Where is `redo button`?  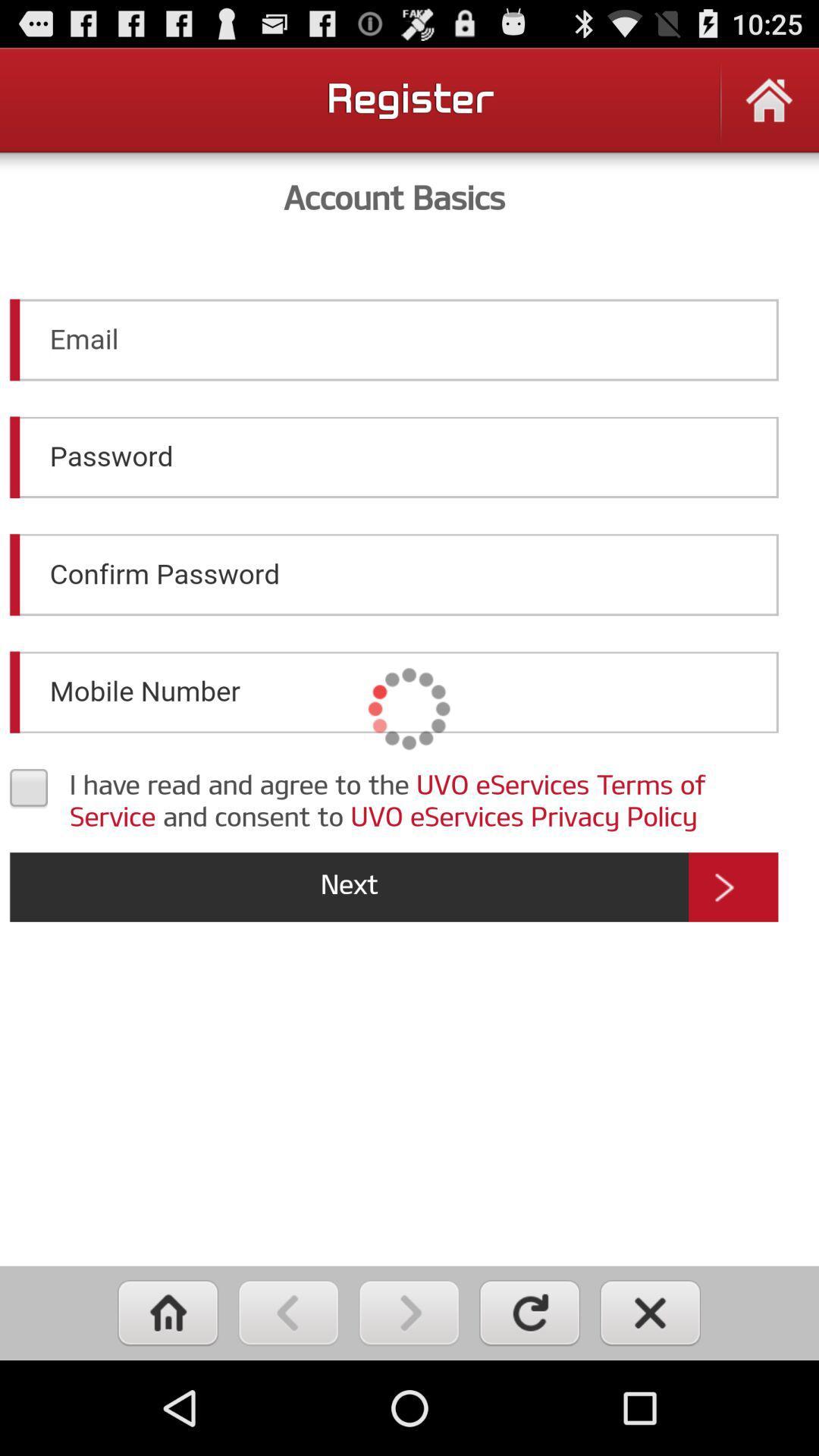 redo button is located at coordinates (529, 1312).